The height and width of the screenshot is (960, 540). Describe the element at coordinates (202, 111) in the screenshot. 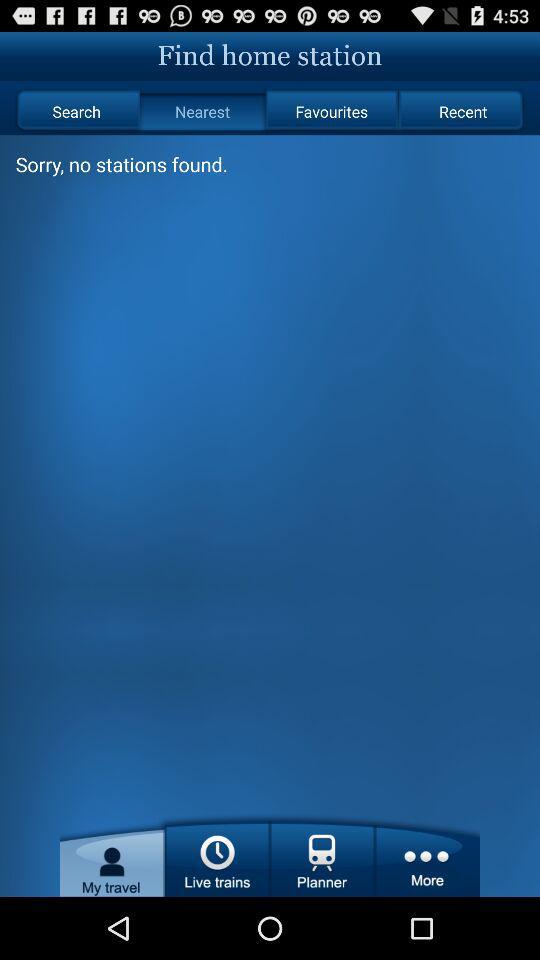

I see `the icon next to the search icon` at that location.